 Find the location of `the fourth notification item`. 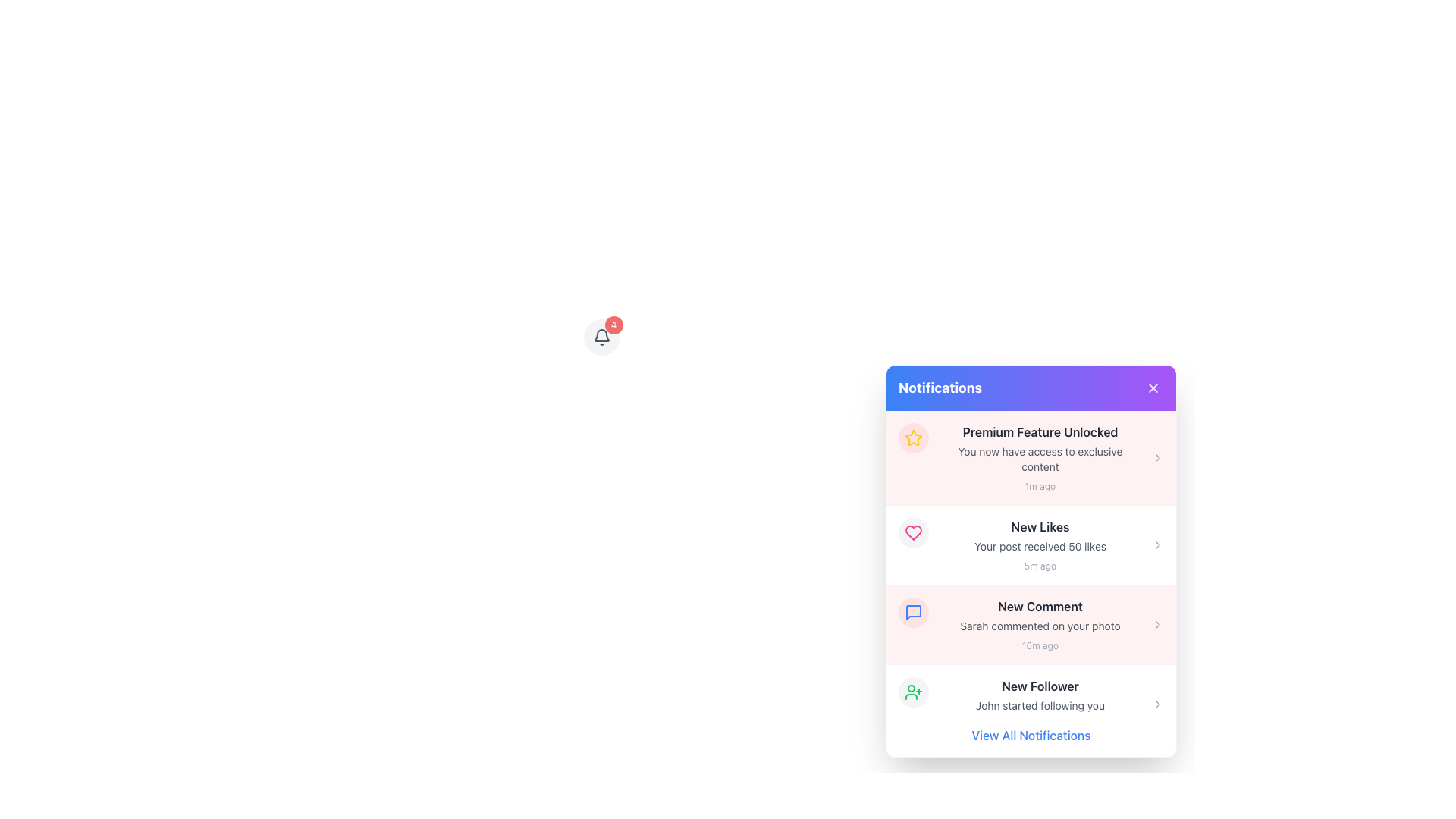

the fourth notification item is located at coordinates (1031, 704).